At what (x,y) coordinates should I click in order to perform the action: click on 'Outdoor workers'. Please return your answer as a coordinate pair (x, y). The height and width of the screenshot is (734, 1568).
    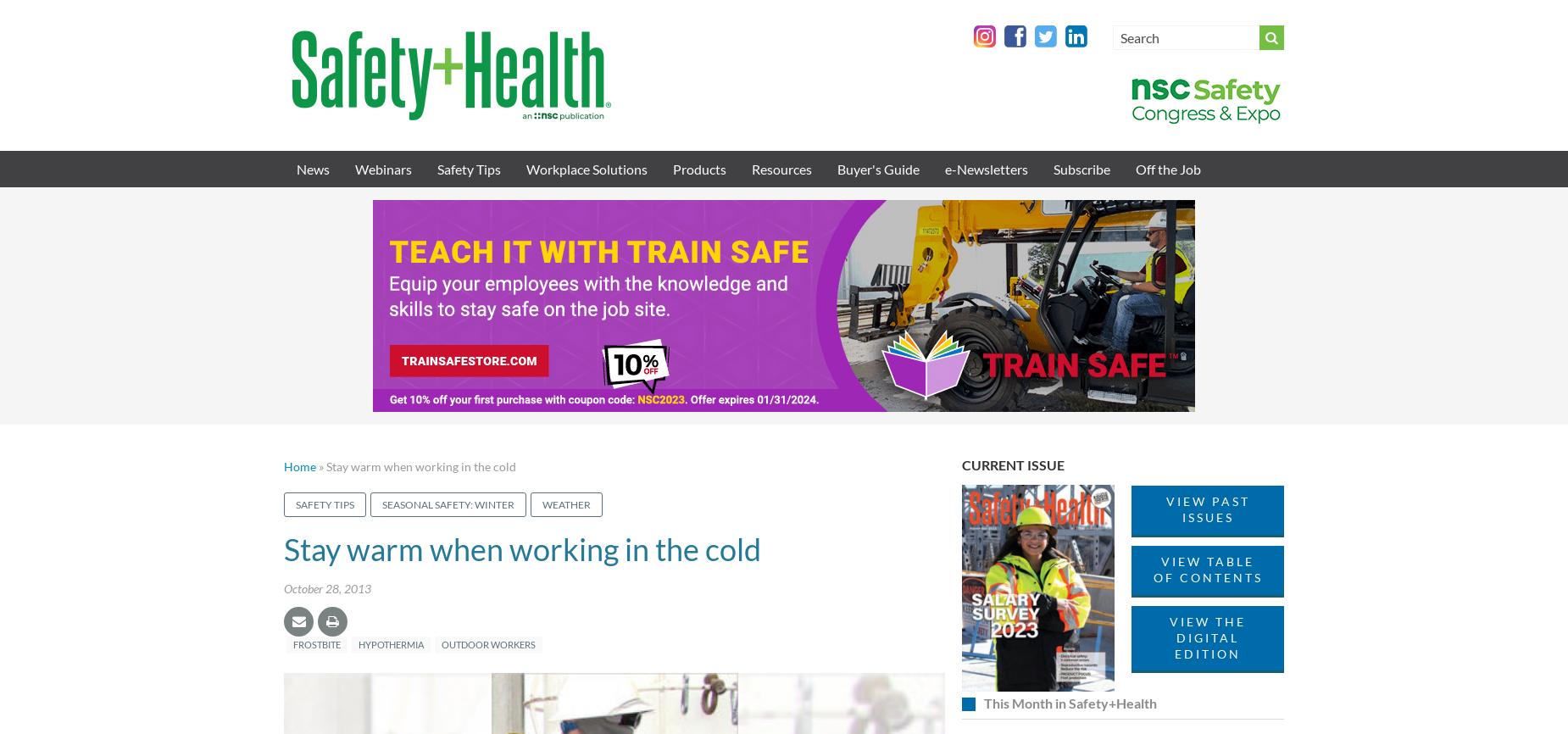
    Looking at the image, I should click on (488, 642).